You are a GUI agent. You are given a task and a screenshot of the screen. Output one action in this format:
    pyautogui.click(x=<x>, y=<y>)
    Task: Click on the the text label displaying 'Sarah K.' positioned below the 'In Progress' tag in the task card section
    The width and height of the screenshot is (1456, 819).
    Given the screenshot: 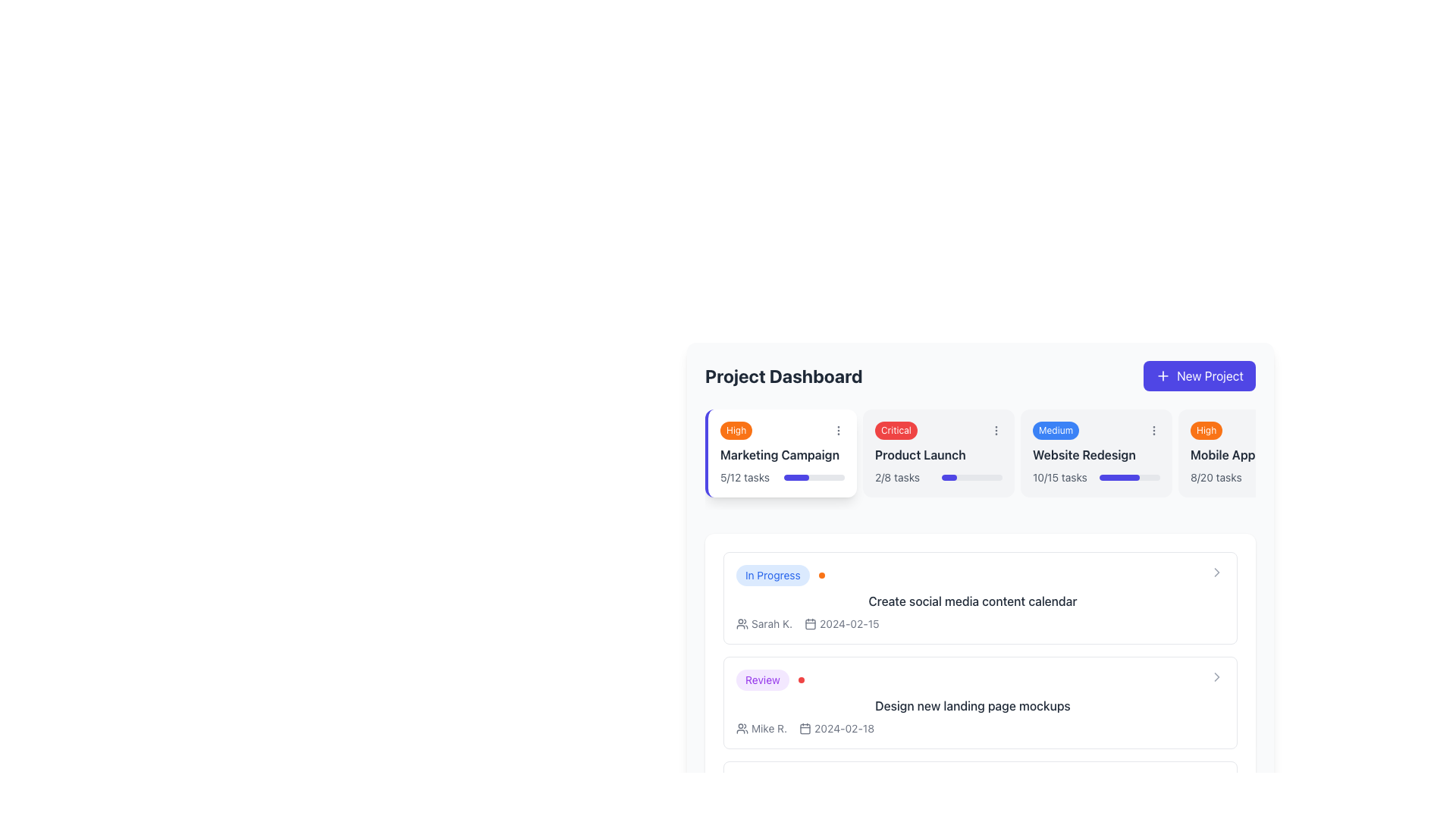 What is the action you would take?
    pyautogui.click(x=771, y=623)
    